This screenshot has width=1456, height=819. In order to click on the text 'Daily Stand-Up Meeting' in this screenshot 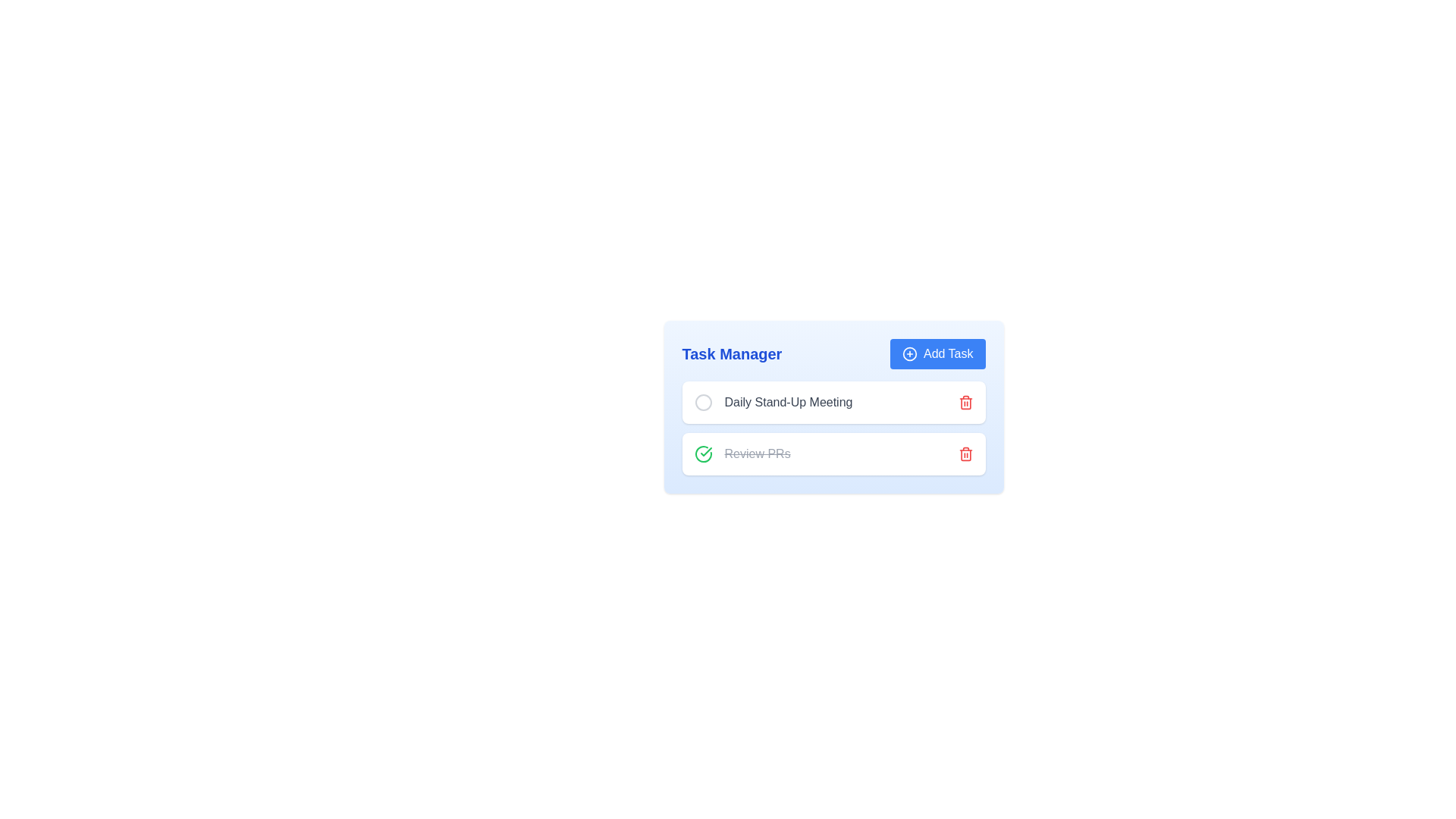, I will do `click(833, 402)`.